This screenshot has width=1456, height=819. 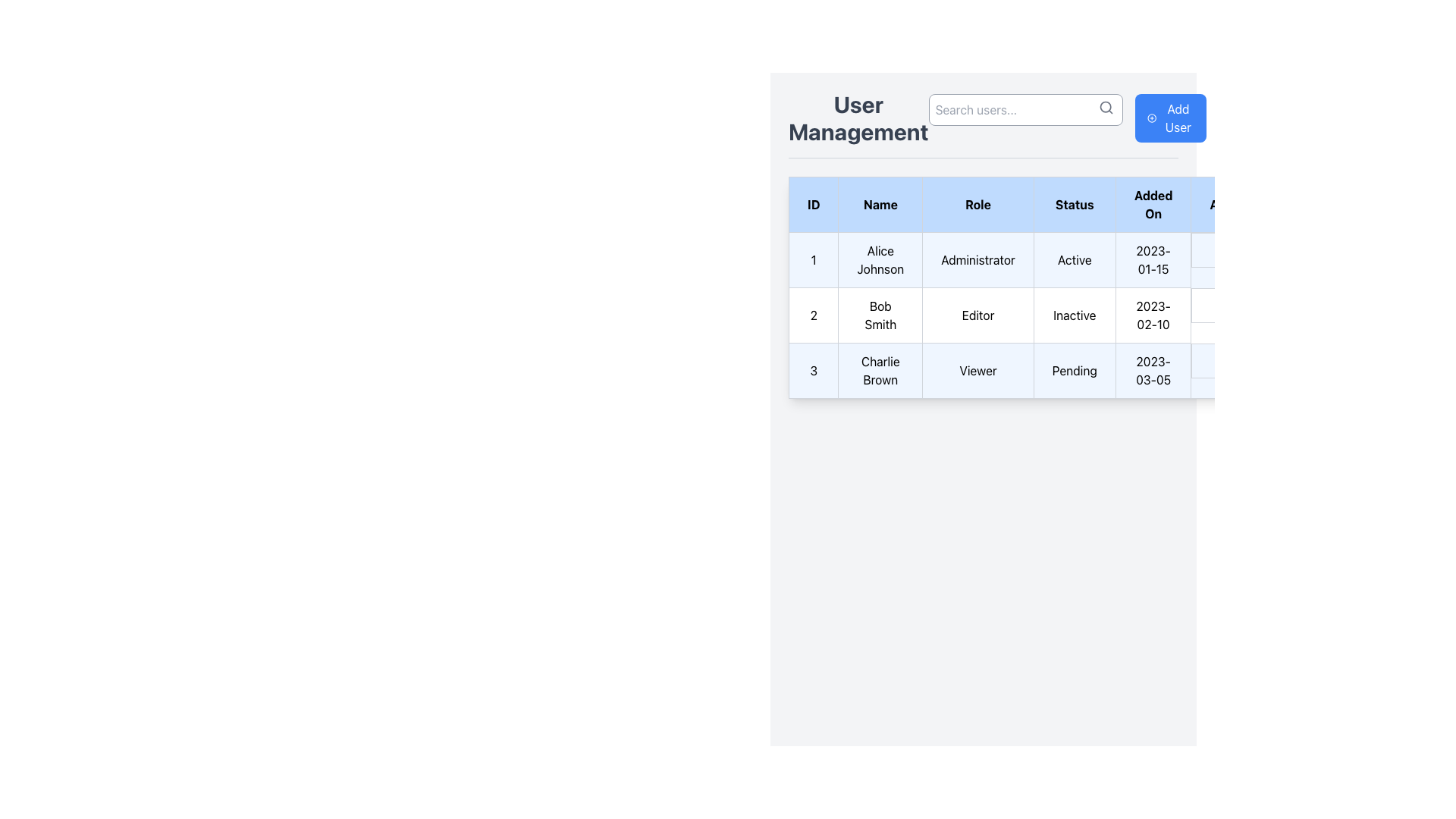 I want to click on the circular SVG shape located in the top-right corner of the interface, which is part of an icon indicating addition or inclusion, adjacent to the 'Add User' button, so click(x=1151, y=117).